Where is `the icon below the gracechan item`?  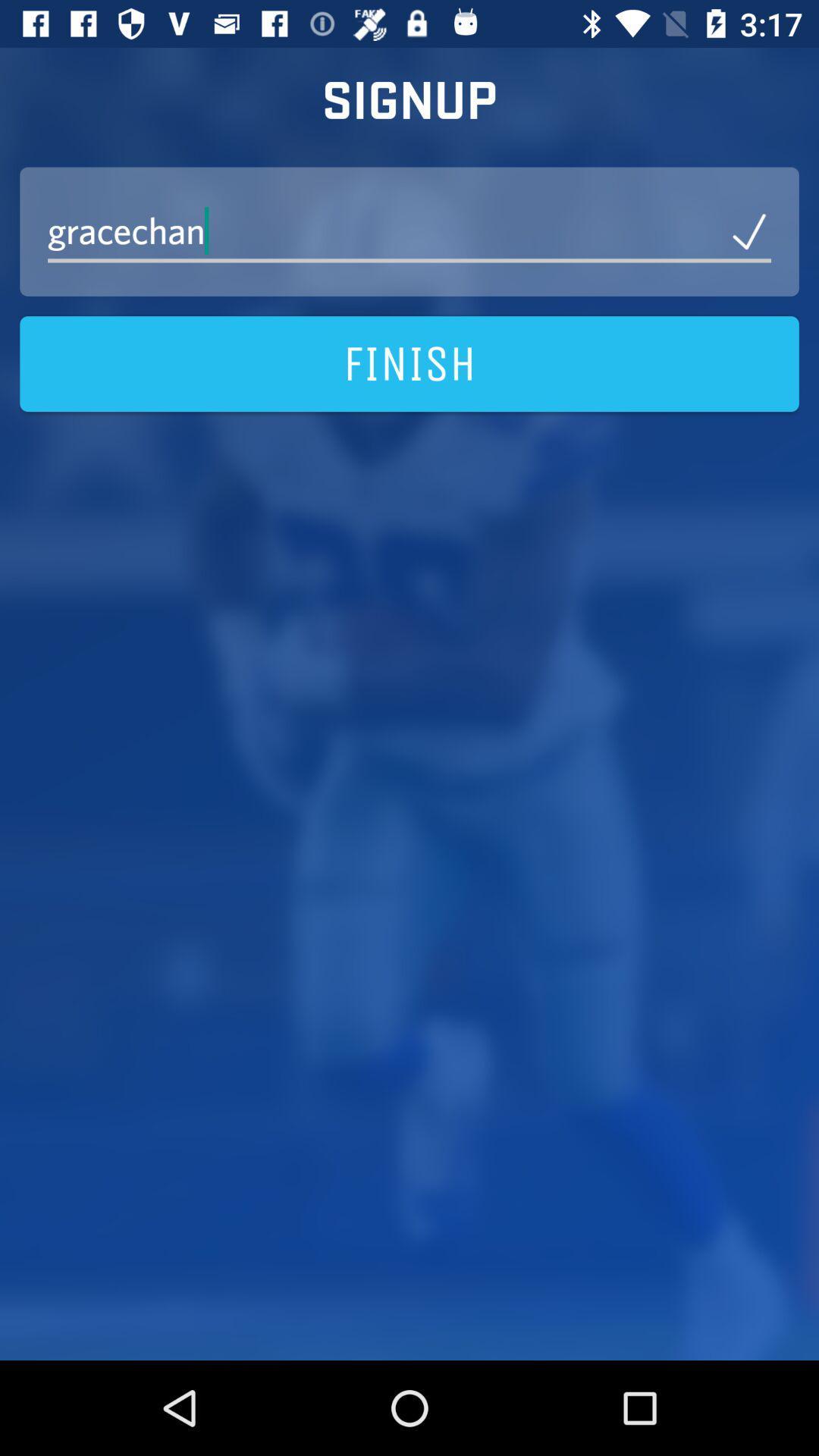
the icon below the gracechan item is located at coordinates (409, 364).